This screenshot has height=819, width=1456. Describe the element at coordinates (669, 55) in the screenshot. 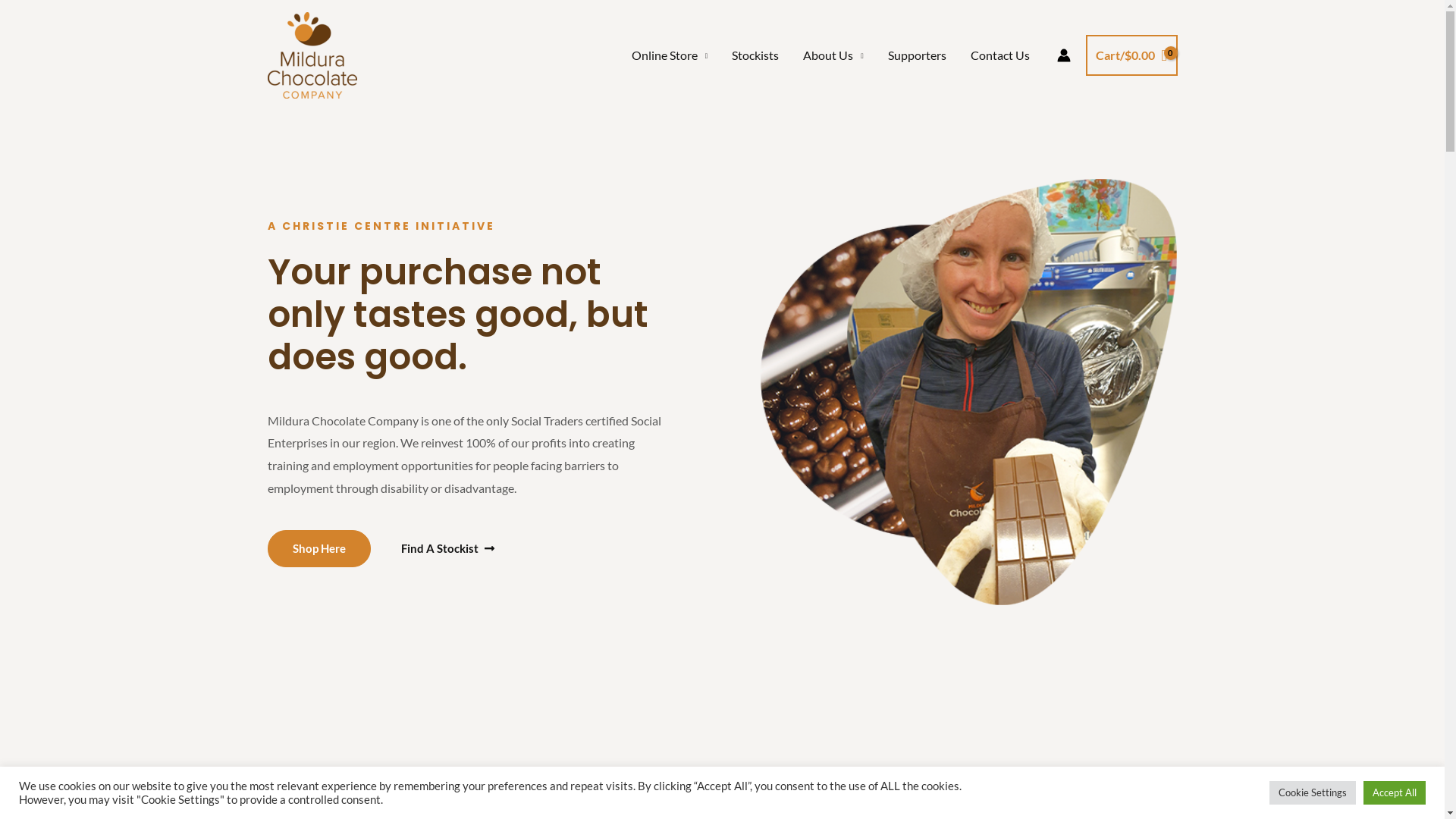

I see `'Online Store'` at that location.